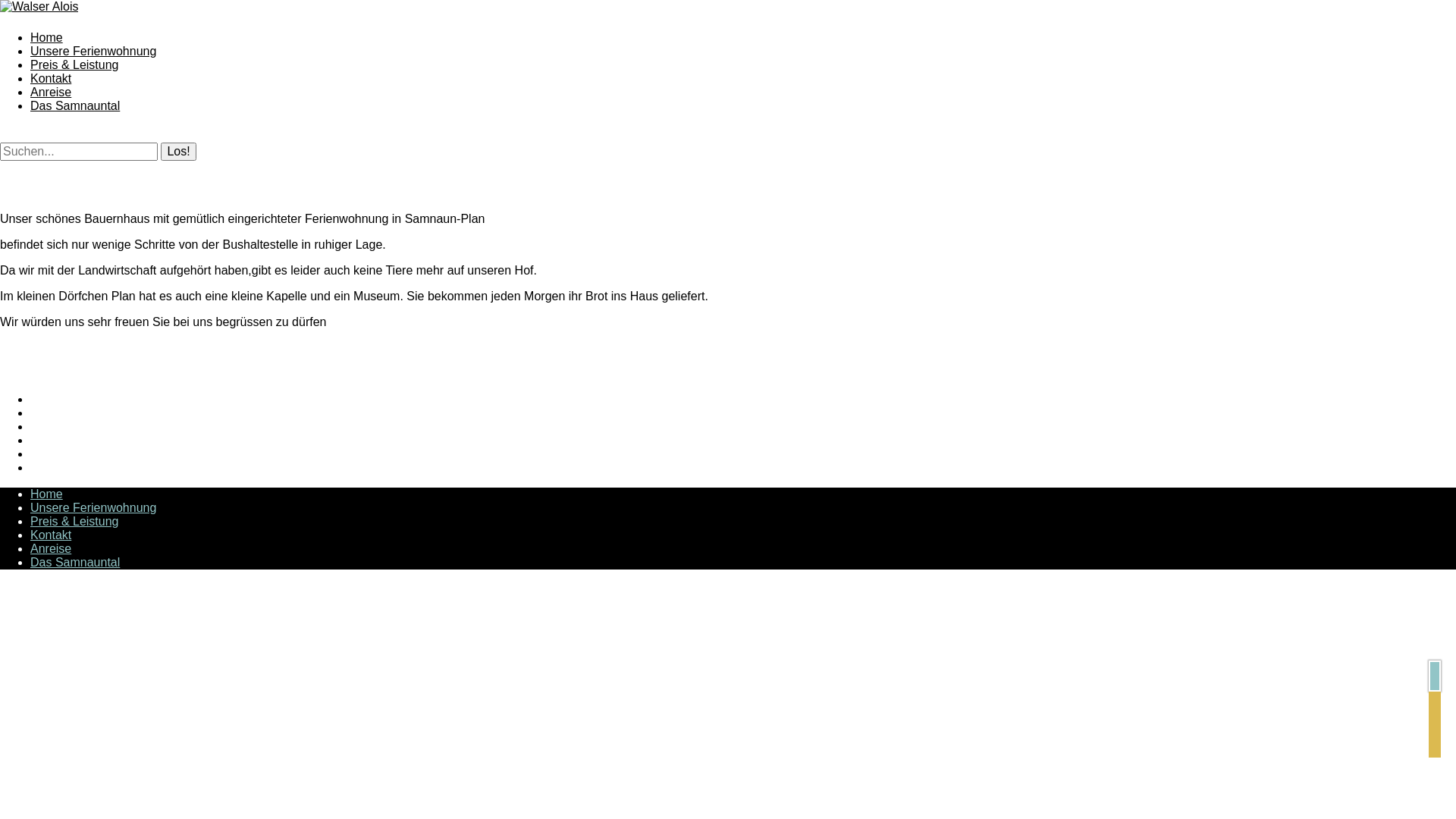  What do you see at coordinates (51, 78) in the screenshot?
I see `'Kontakt'` at bounding box center [51, 78].